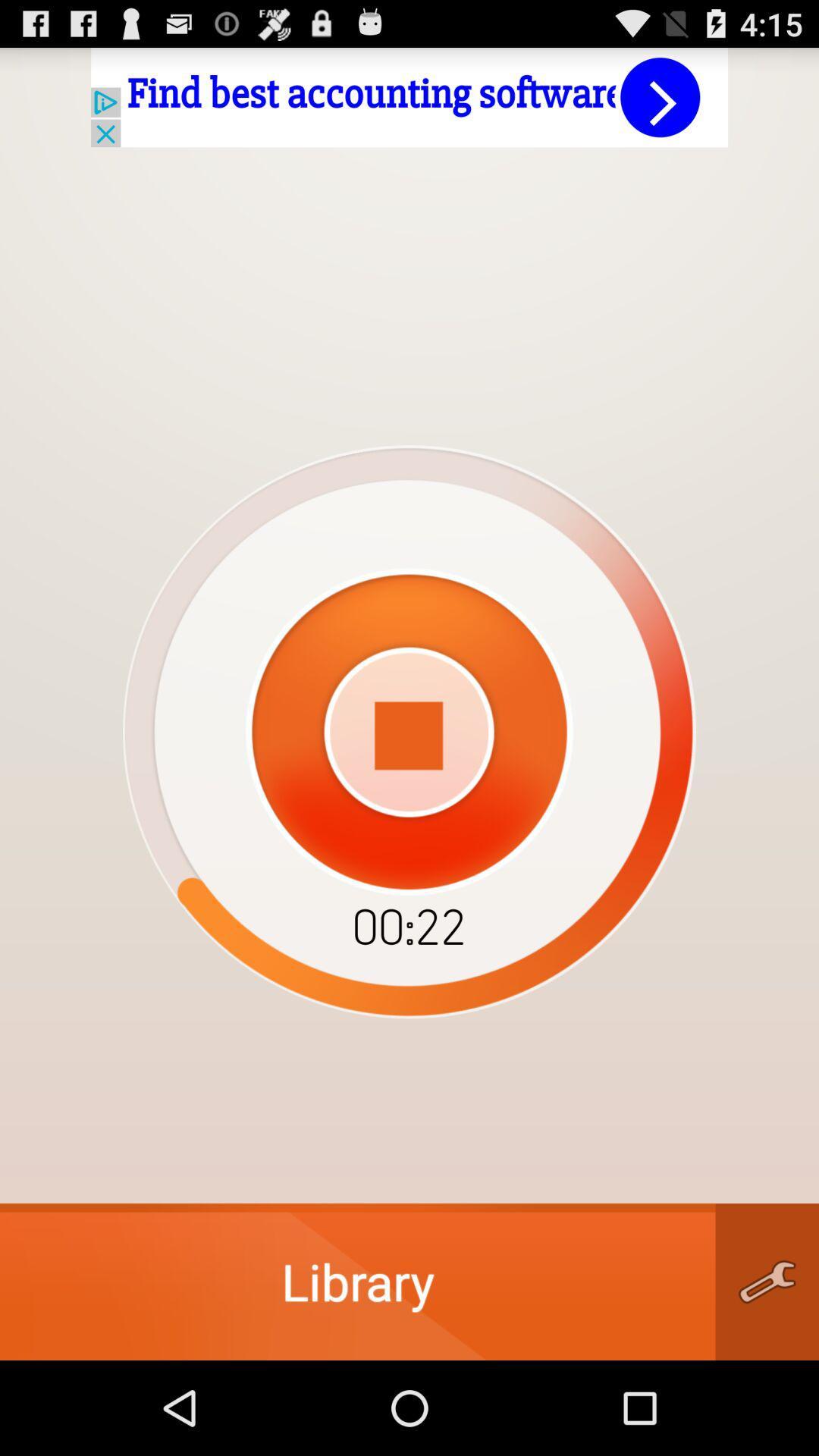  I want to click on the build icon, so click(767, 1372).